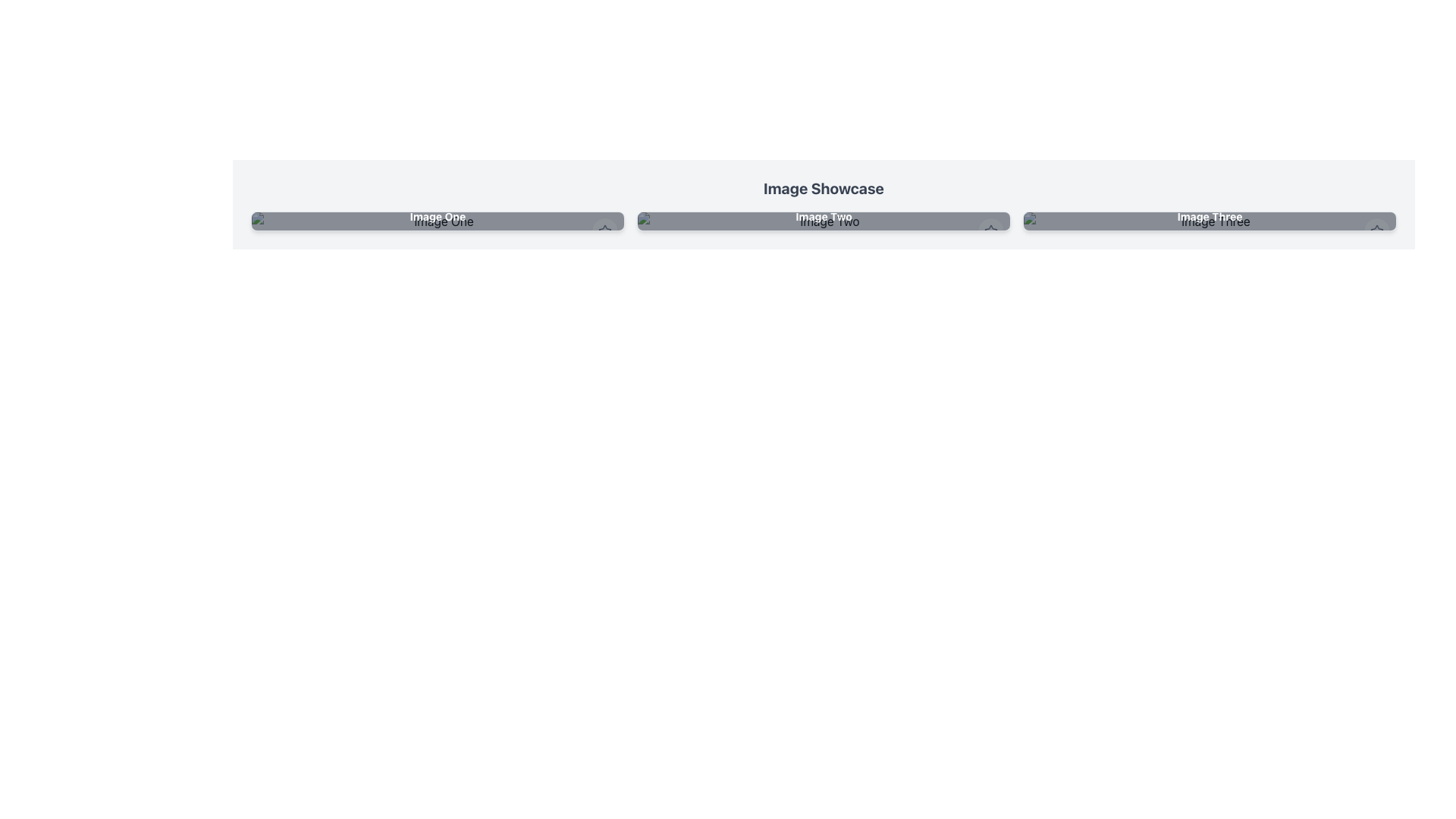 The width and height of the screenshot is (1456, 819). What do you see at coordinates (1376, 231) in the screenshot?
I see `the star-shaped icon with a gray outline located inside the circular button in the upper-right area of 'Image Three'` at bounding box center [1376, 231].